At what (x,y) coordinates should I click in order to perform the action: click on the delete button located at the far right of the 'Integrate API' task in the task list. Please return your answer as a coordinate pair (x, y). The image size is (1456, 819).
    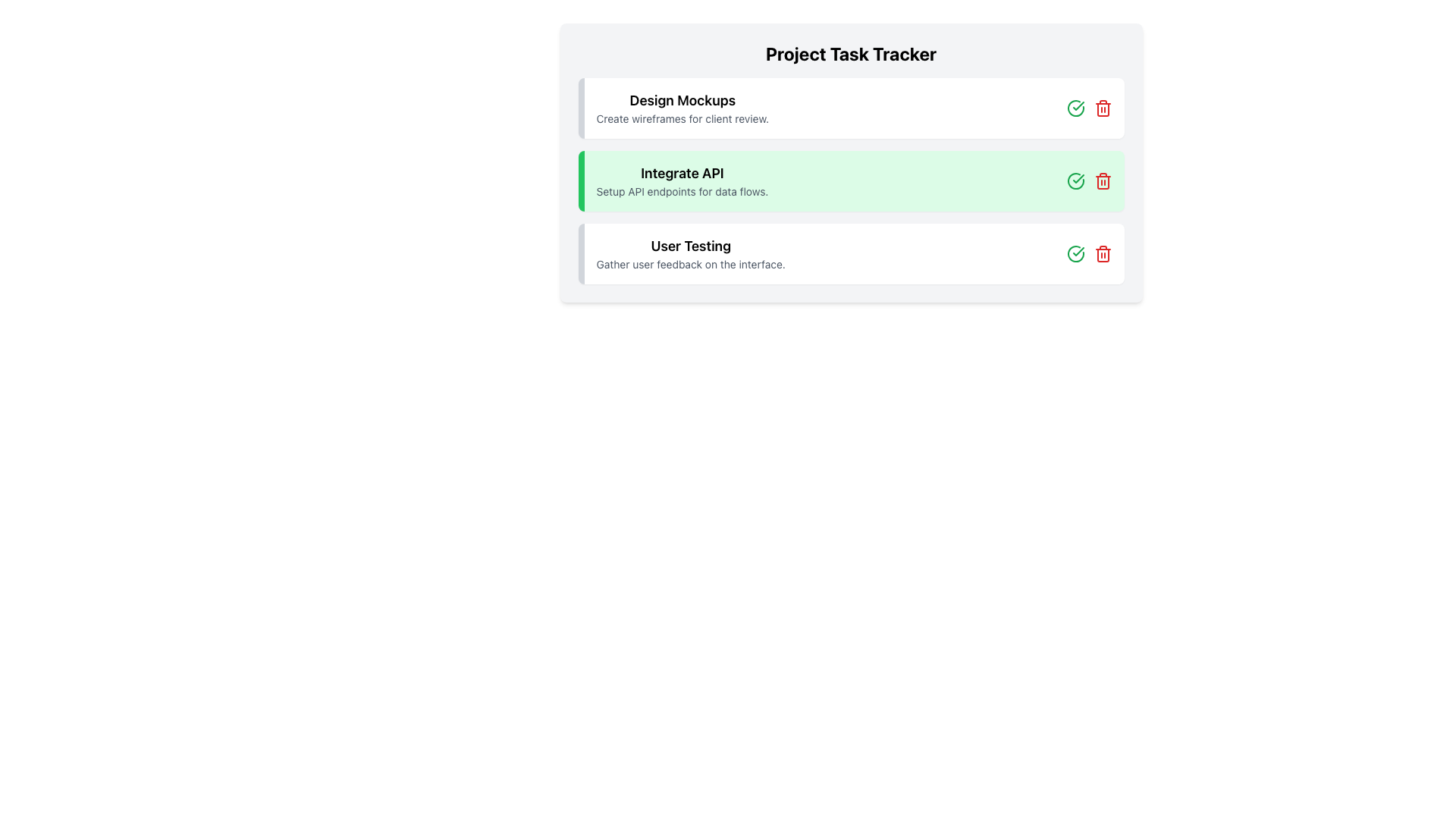
    Looking at the image, I should click on (1103, 107).